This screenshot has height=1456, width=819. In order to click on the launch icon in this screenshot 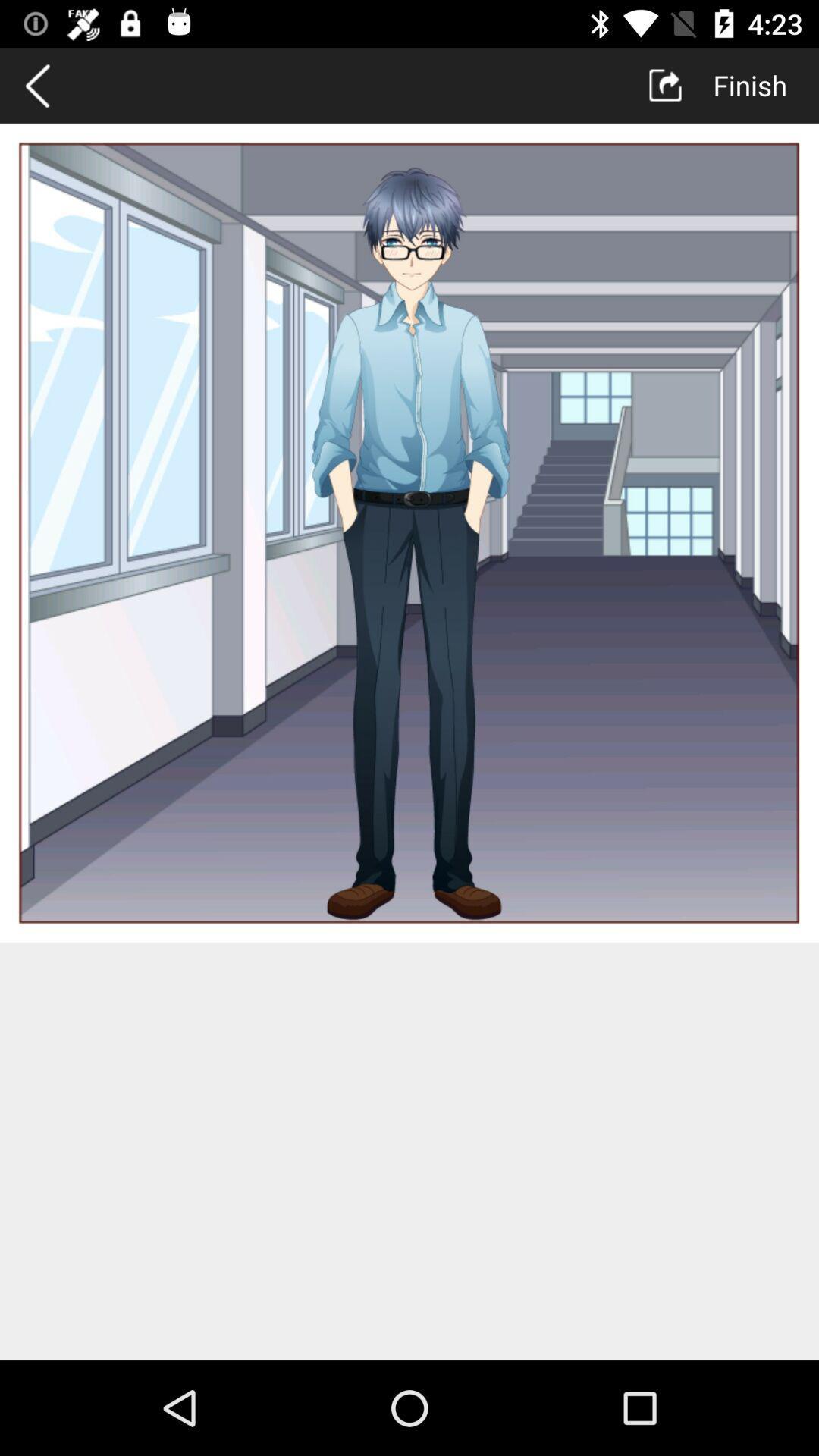, I will do `click(664, 84)`.